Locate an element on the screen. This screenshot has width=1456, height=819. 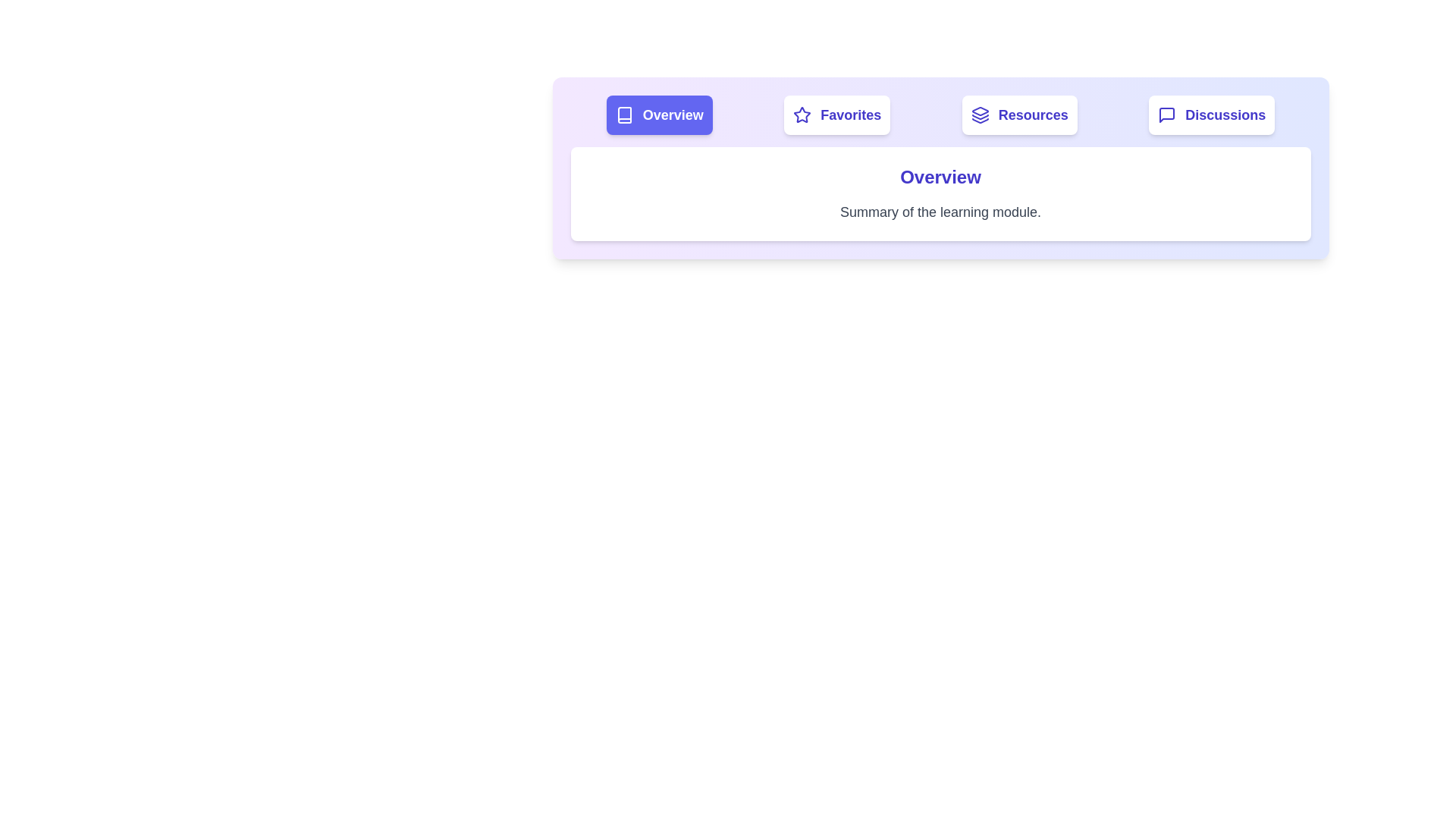
the Resources tab by clicking on its button is located at coordinates (1019, 114).